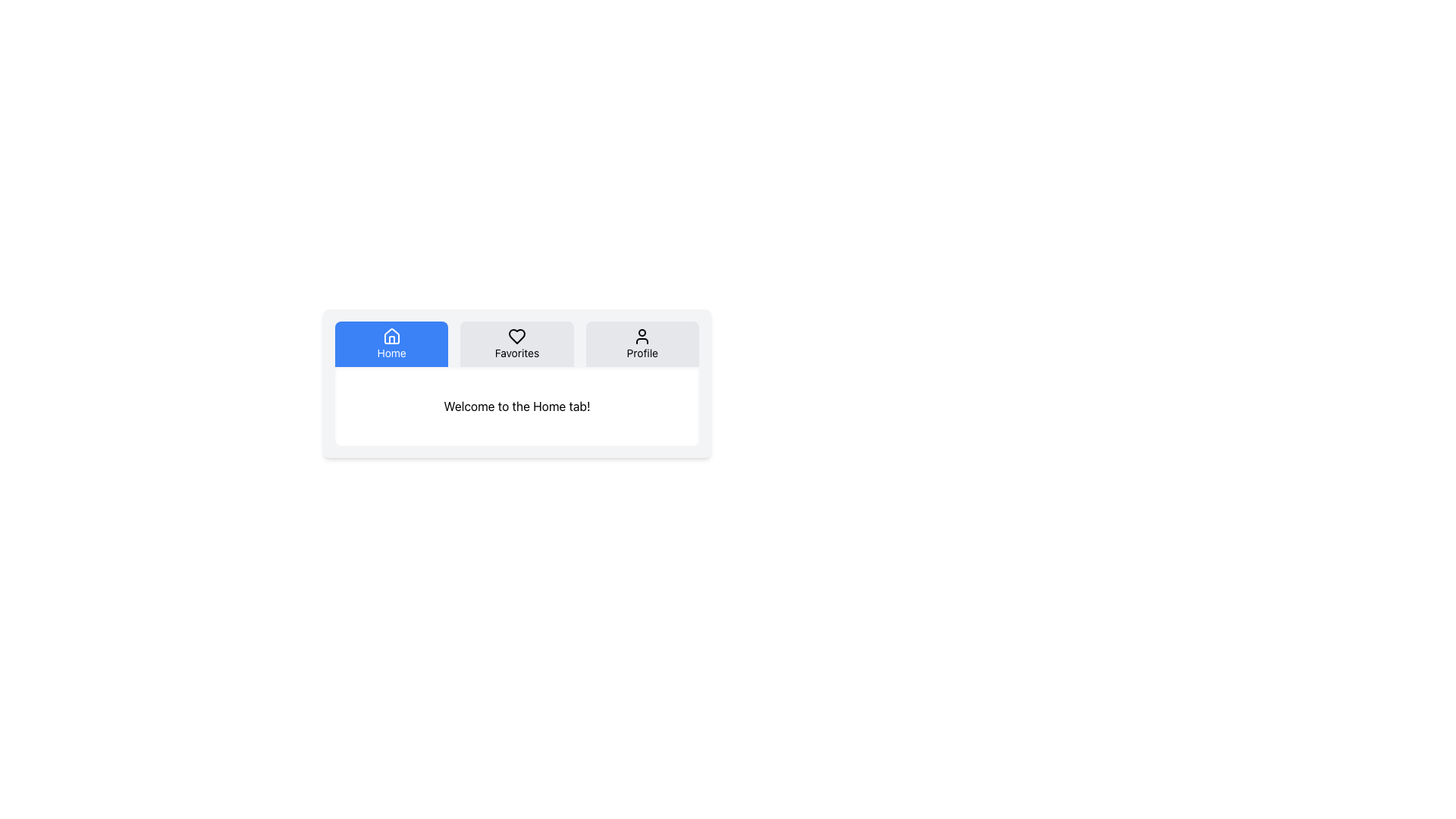 This screenshot has height=819, width=1456. Describe the element at coordinates (516, 335) in the screenshot. I see `the heart-shaped icon in the middle of the navigation bar` at that location.